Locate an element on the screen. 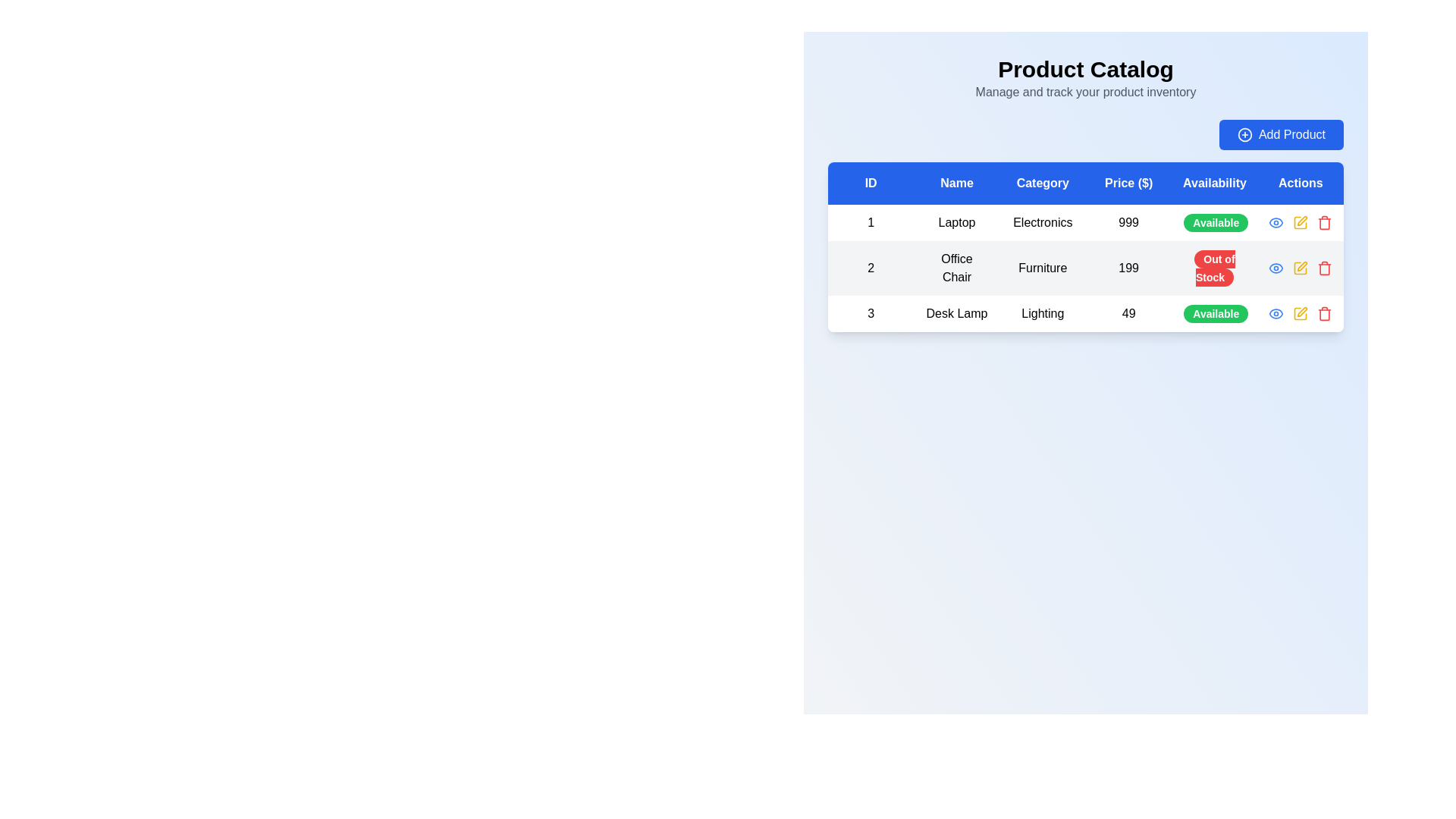 The height and width of the screenshot is (819, 1456). the Icon button in the second row of the 'Actions' column of the product table is located at coordinates (1276, 222).